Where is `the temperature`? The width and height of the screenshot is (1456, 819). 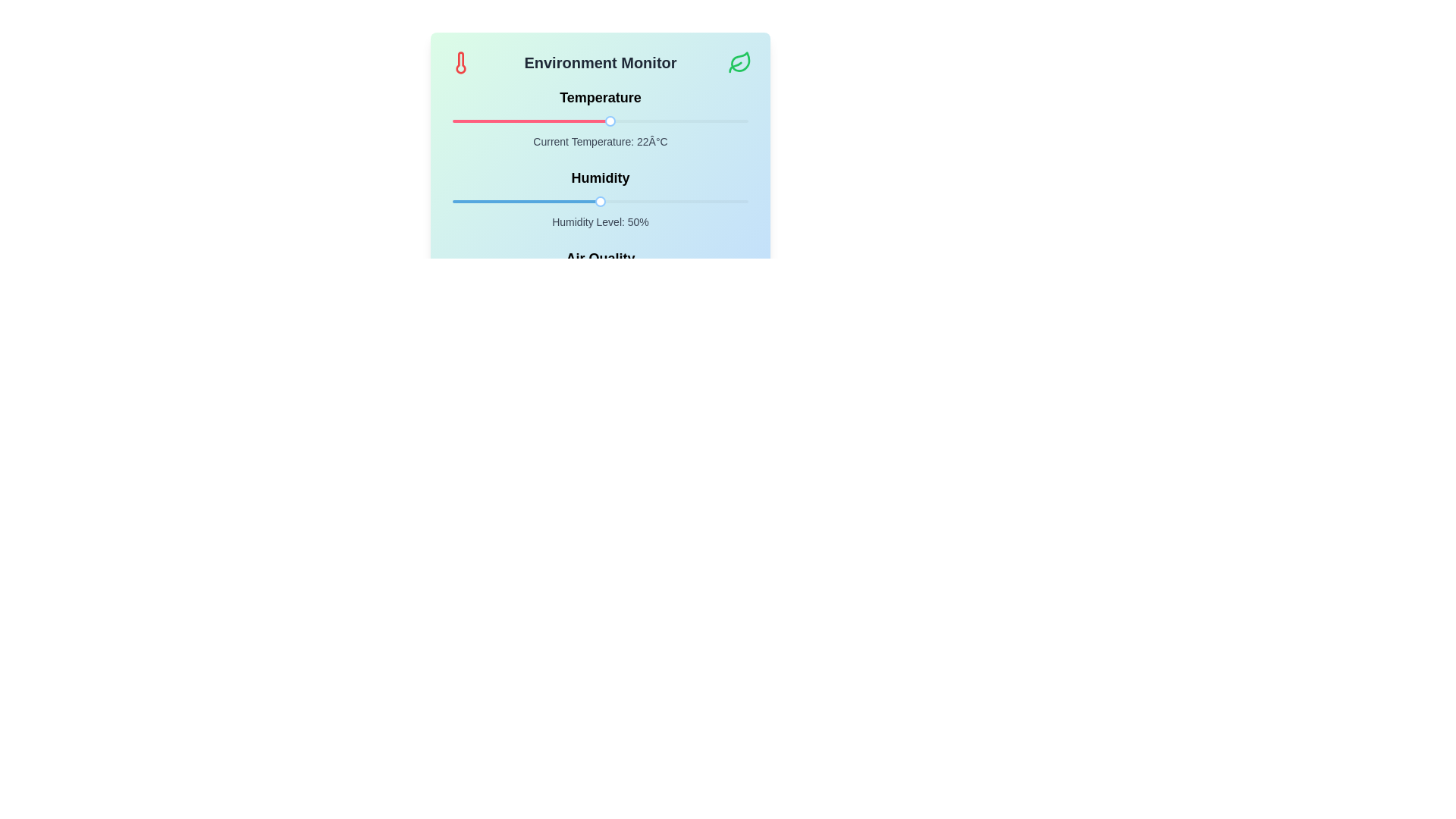
the temperature is located at coordinates (718, 120).